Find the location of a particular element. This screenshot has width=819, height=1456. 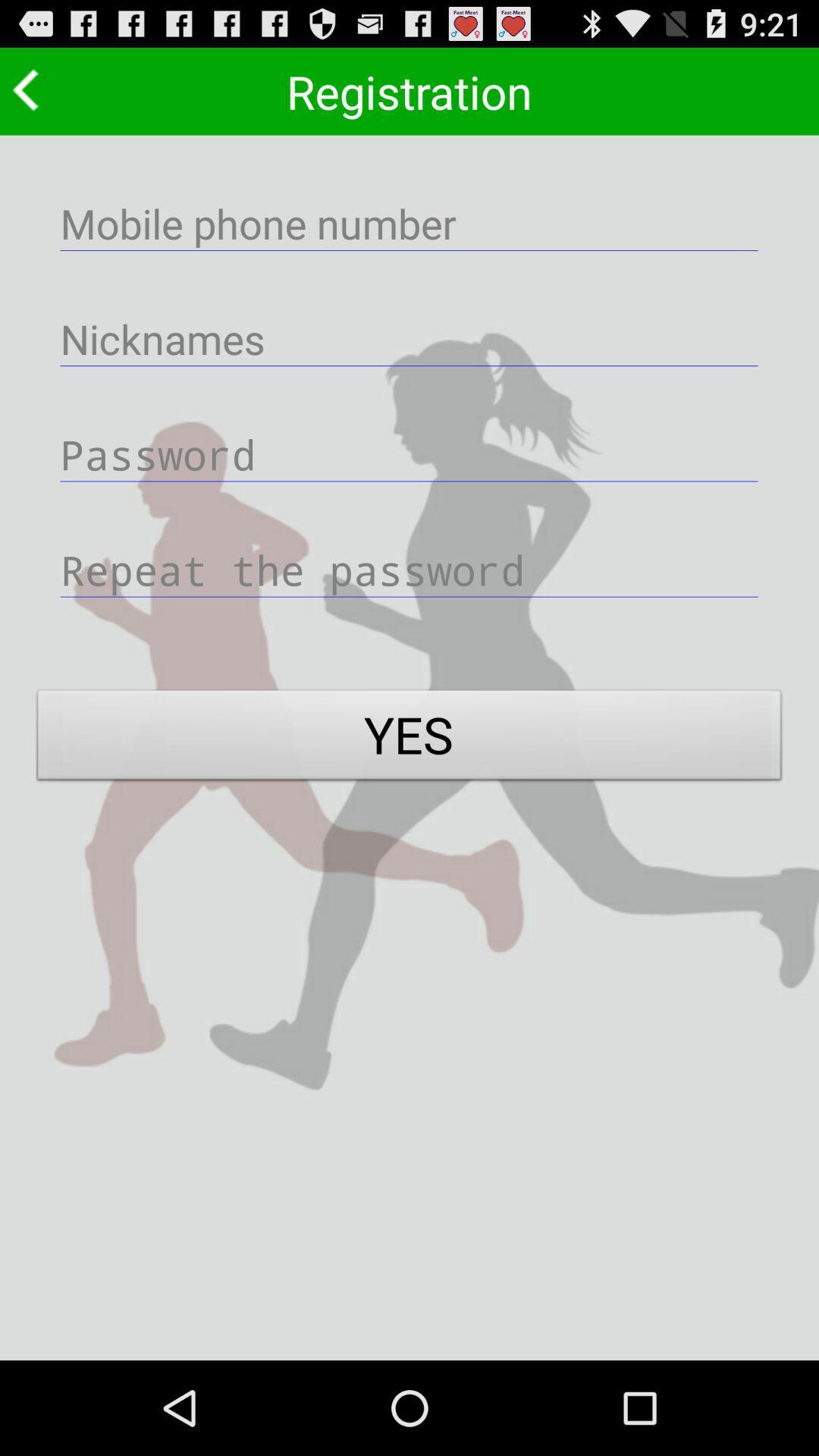

mobile phone number is located at coordinates (409, 222).